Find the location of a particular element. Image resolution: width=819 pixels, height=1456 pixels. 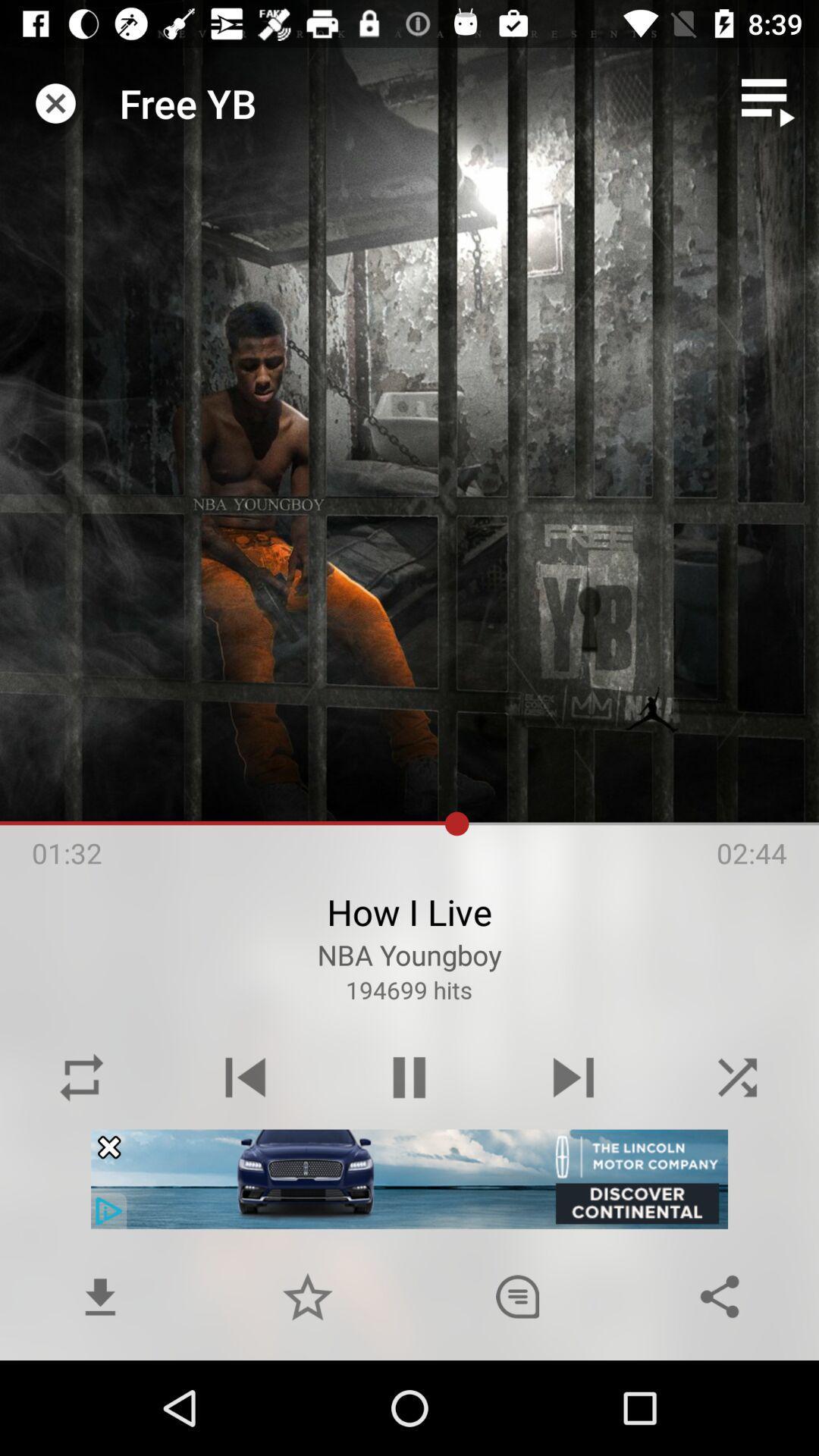

the share icon is located at coordinates (719, 1295).